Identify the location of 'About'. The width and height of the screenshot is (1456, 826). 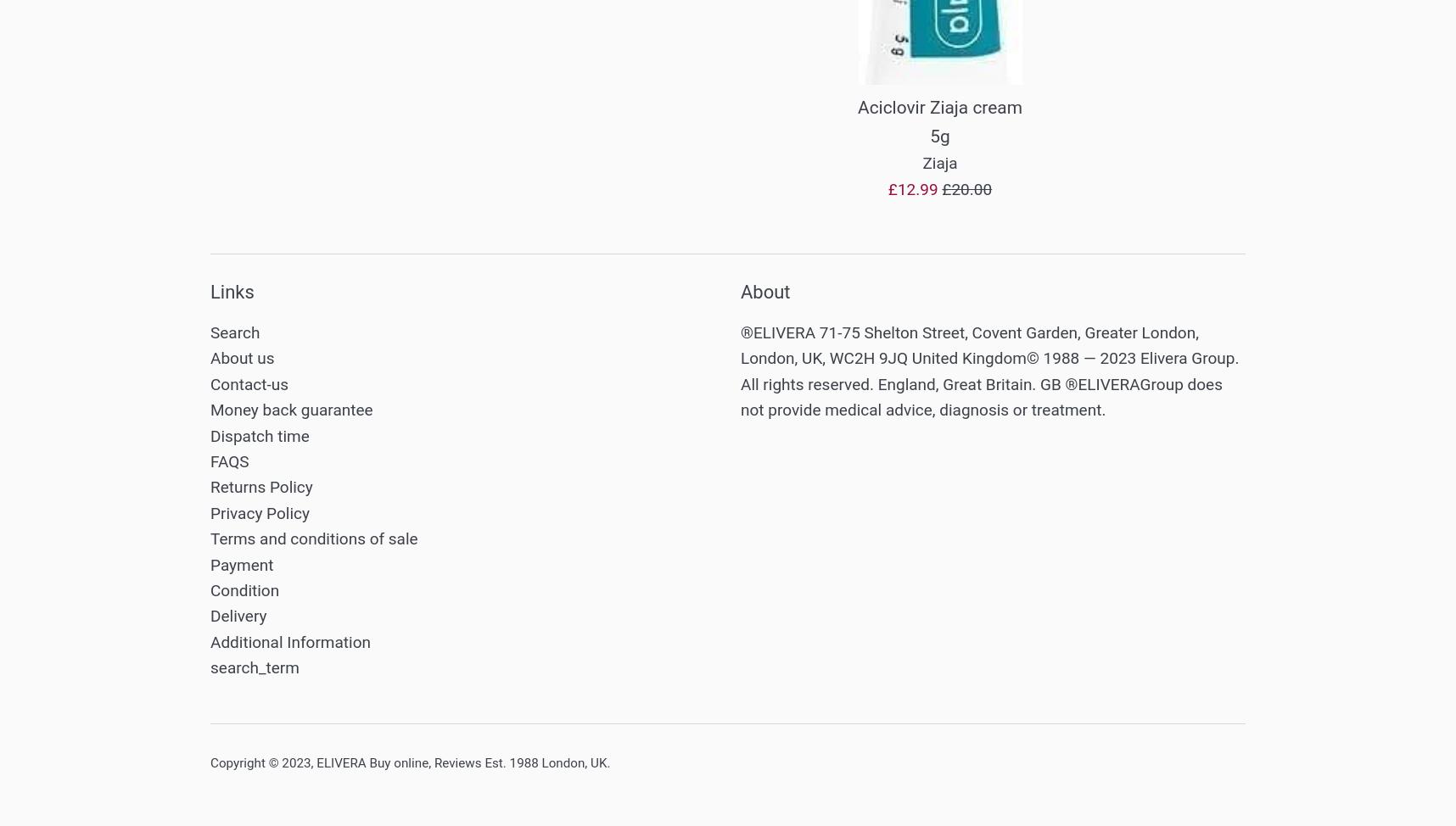
(739, 291).